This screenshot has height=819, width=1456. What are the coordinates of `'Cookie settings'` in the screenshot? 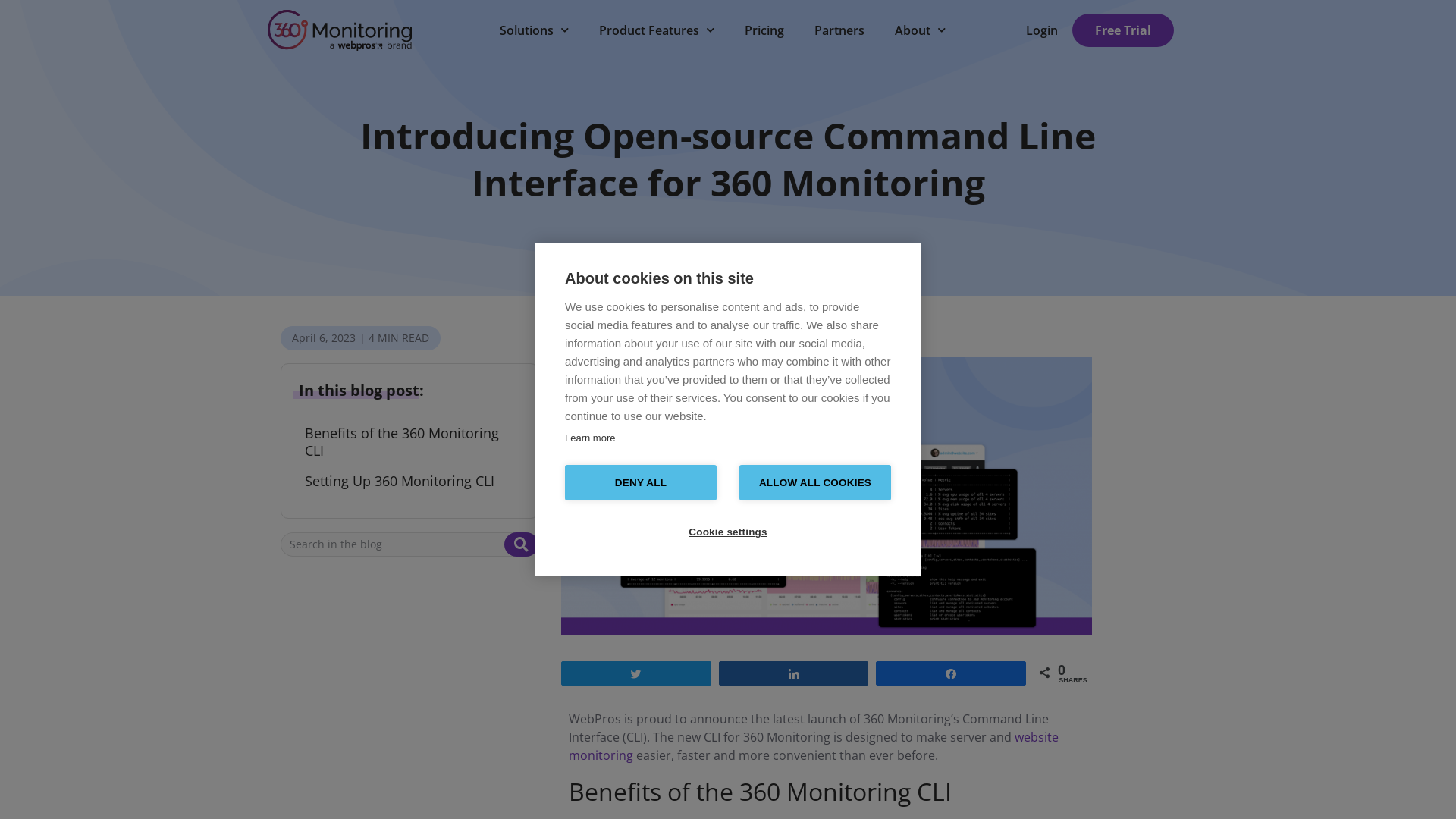 It's located at (728, 531).